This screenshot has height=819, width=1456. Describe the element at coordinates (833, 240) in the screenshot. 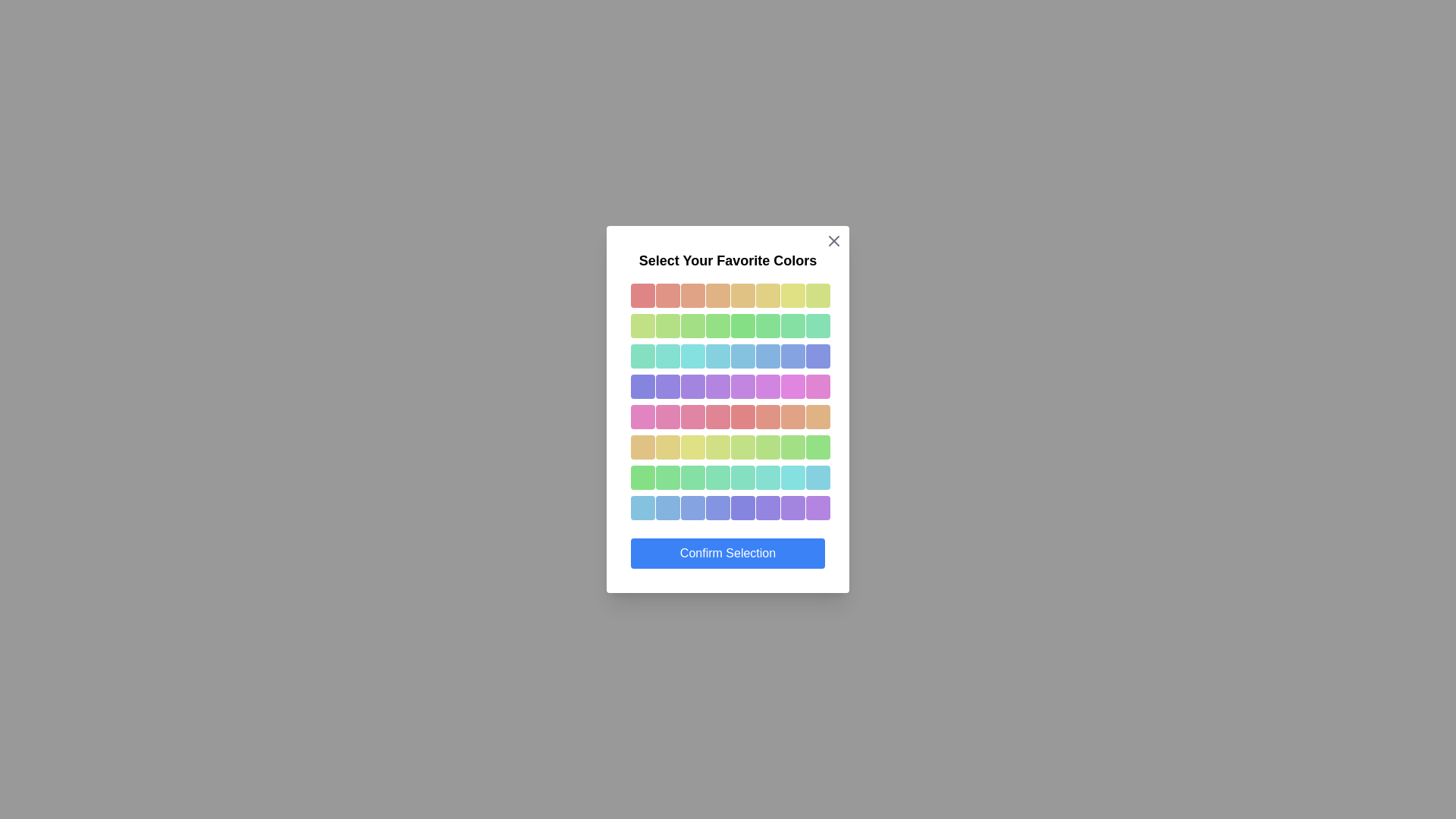

I see `the close button to dismiss the dialog` at that location.